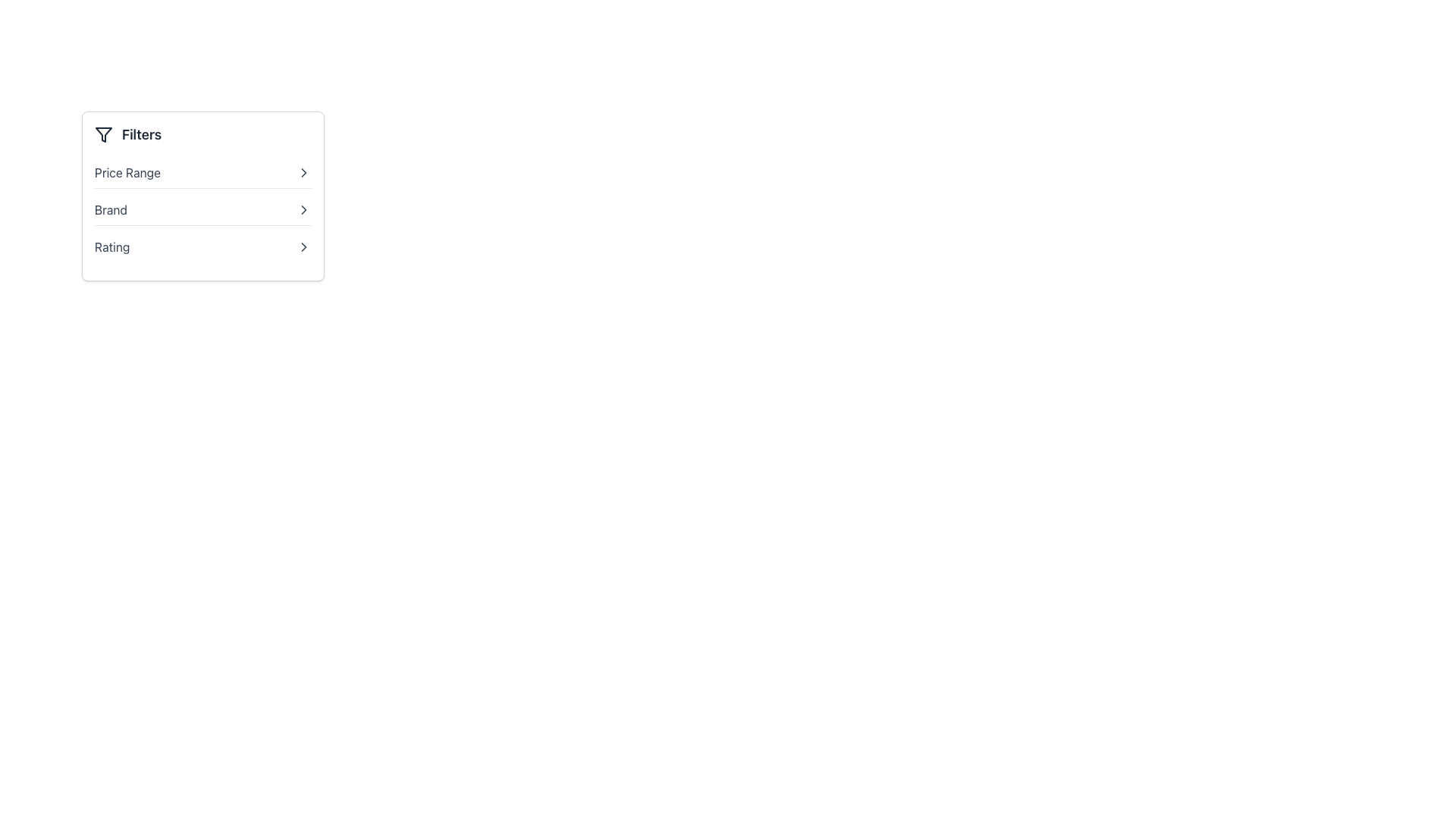 This screenshot has height=819, width=1456. What do you see at coordinates (127, 171) in the screenshot?
I see `the 'Price Range' text label` at bounding box center [127, 171].